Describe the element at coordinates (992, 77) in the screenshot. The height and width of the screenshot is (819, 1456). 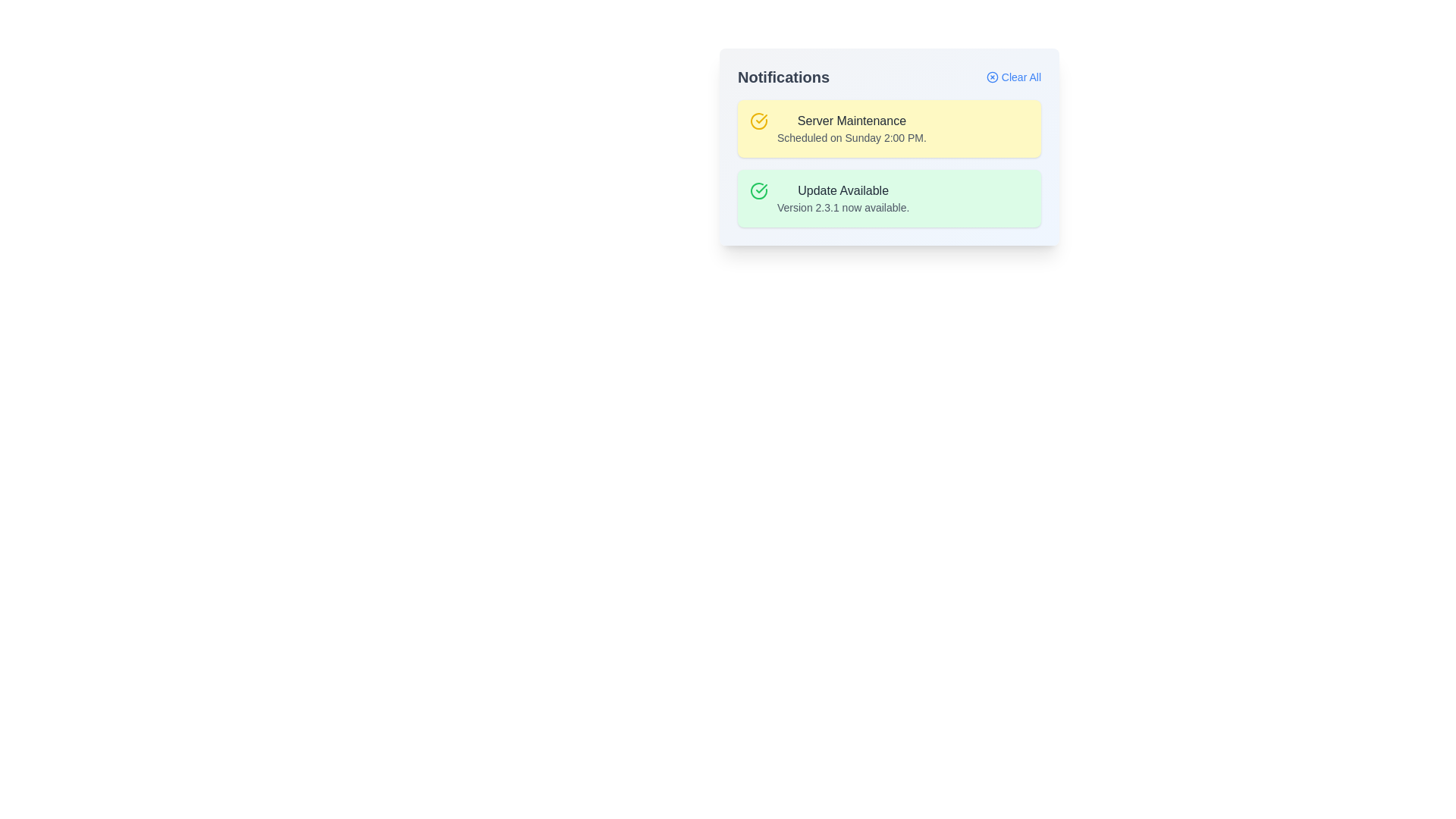
I see `the circular 'X' icon located to the left of the 'Clear All' label to initiate the clearing action` at that location.